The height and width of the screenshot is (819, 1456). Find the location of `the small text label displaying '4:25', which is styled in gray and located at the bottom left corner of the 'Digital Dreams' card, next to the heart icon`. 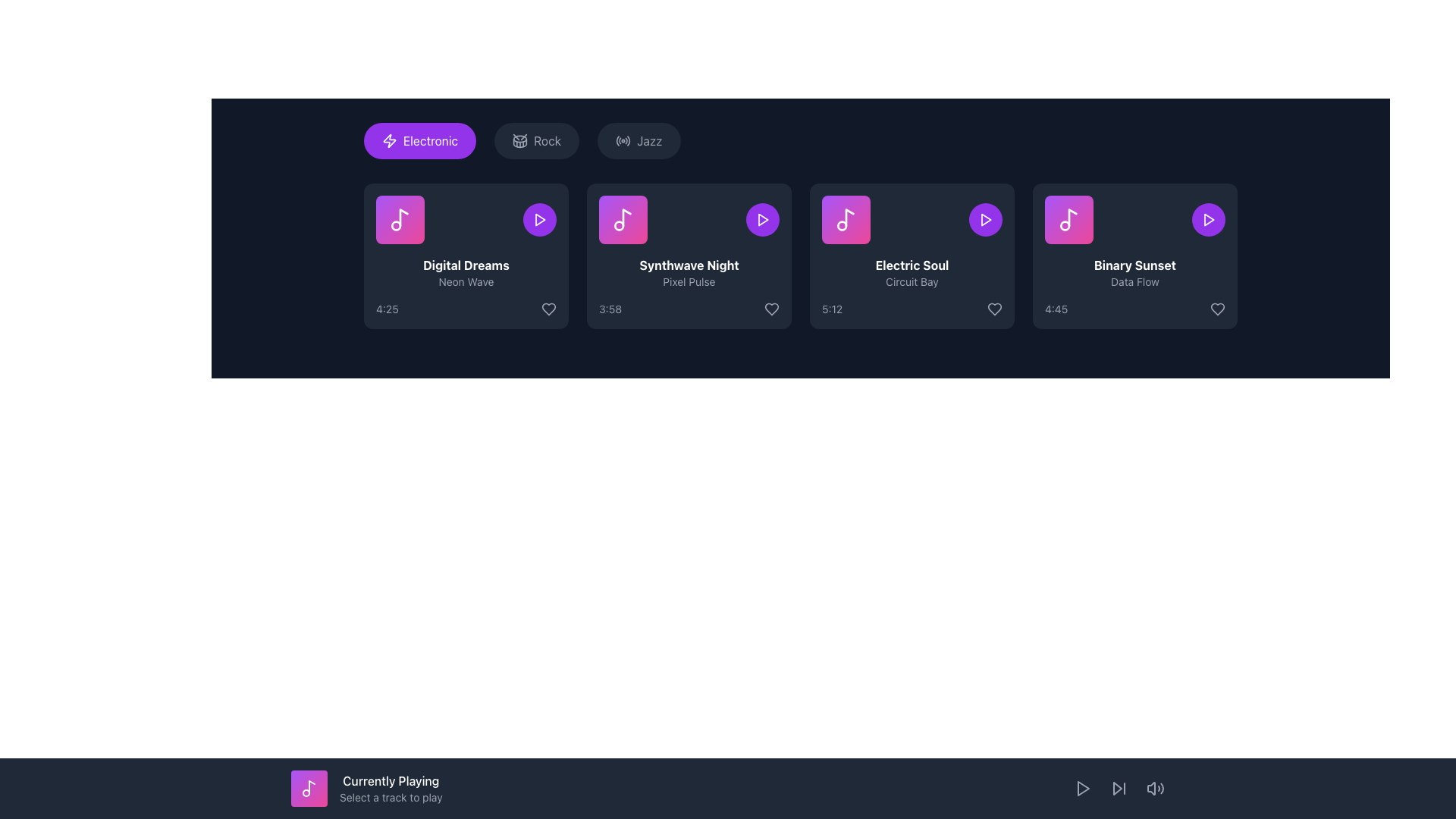

the small text label displaying '4:25', which is styled in gray and located at the bottom left corner of the 'Digital Dreams' card, next to the heart icon is located at coordinates (387, 309).